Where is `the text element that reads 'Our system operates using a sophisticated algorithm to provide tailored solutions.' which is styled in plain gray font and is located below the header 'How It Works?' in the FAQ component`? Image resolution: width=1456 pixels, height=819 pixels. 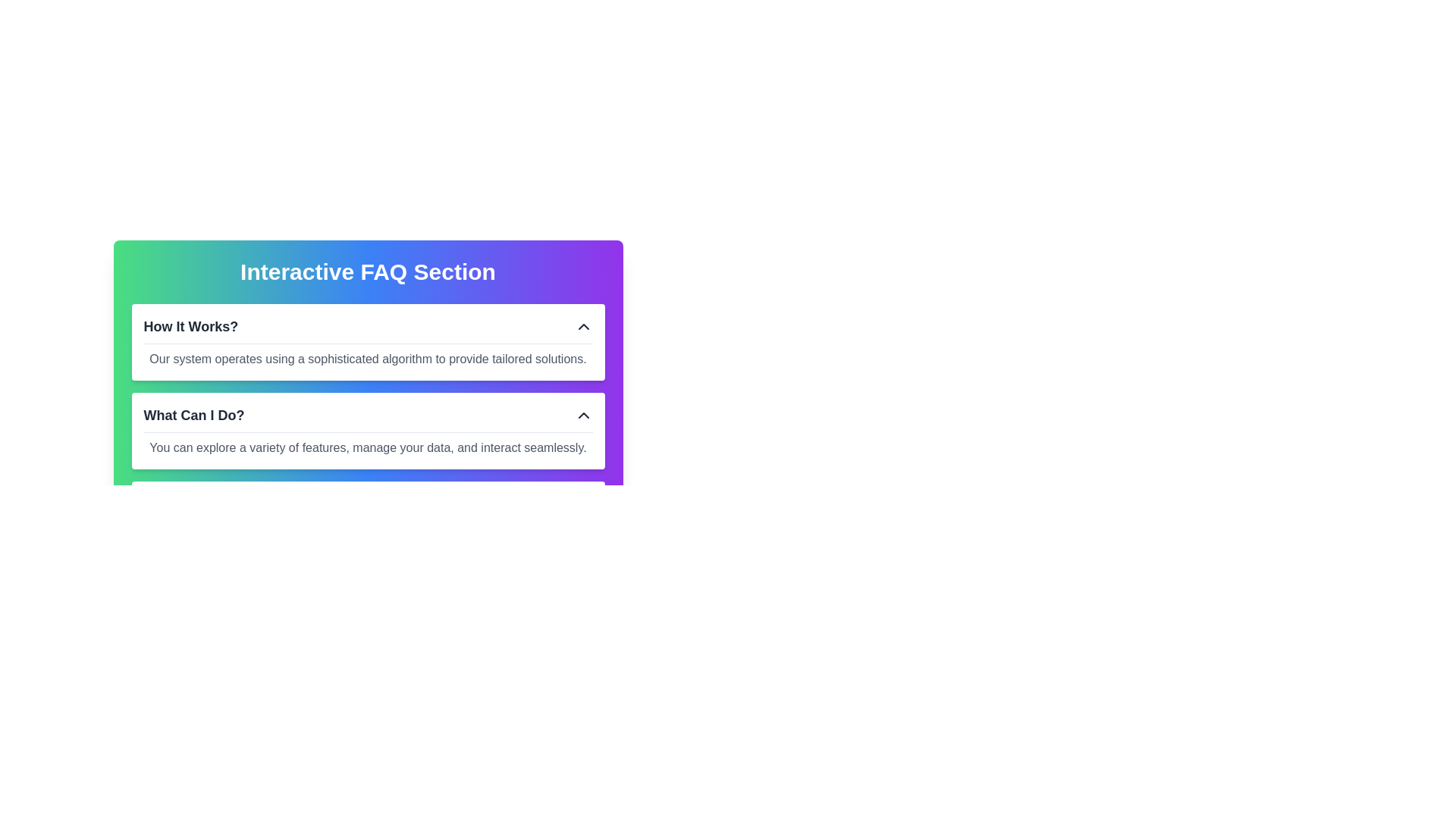 the text element that reads 'Our system operates using a sophisticated algorithm to provide tailored solutions.' which is styled in plain gray font and is located below the header 'How It Works?' in the FAQ component is located at coordinates (368, 356).